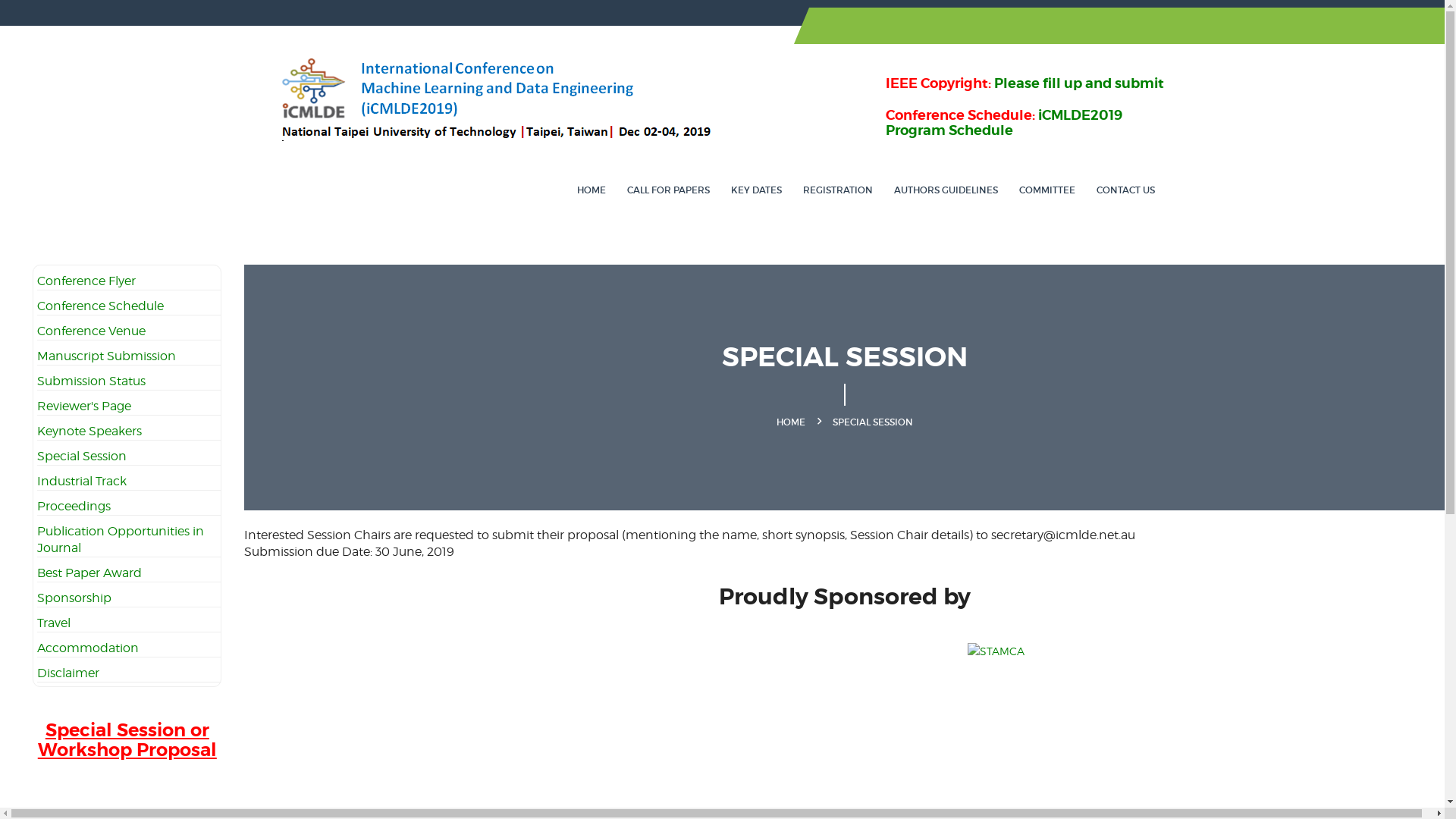 This screenshot has height=819, width=1456. Describe the element at coordinates (944, 189) in the screenshot. I see `'AUTHORS GUIDELINES'` at that location.